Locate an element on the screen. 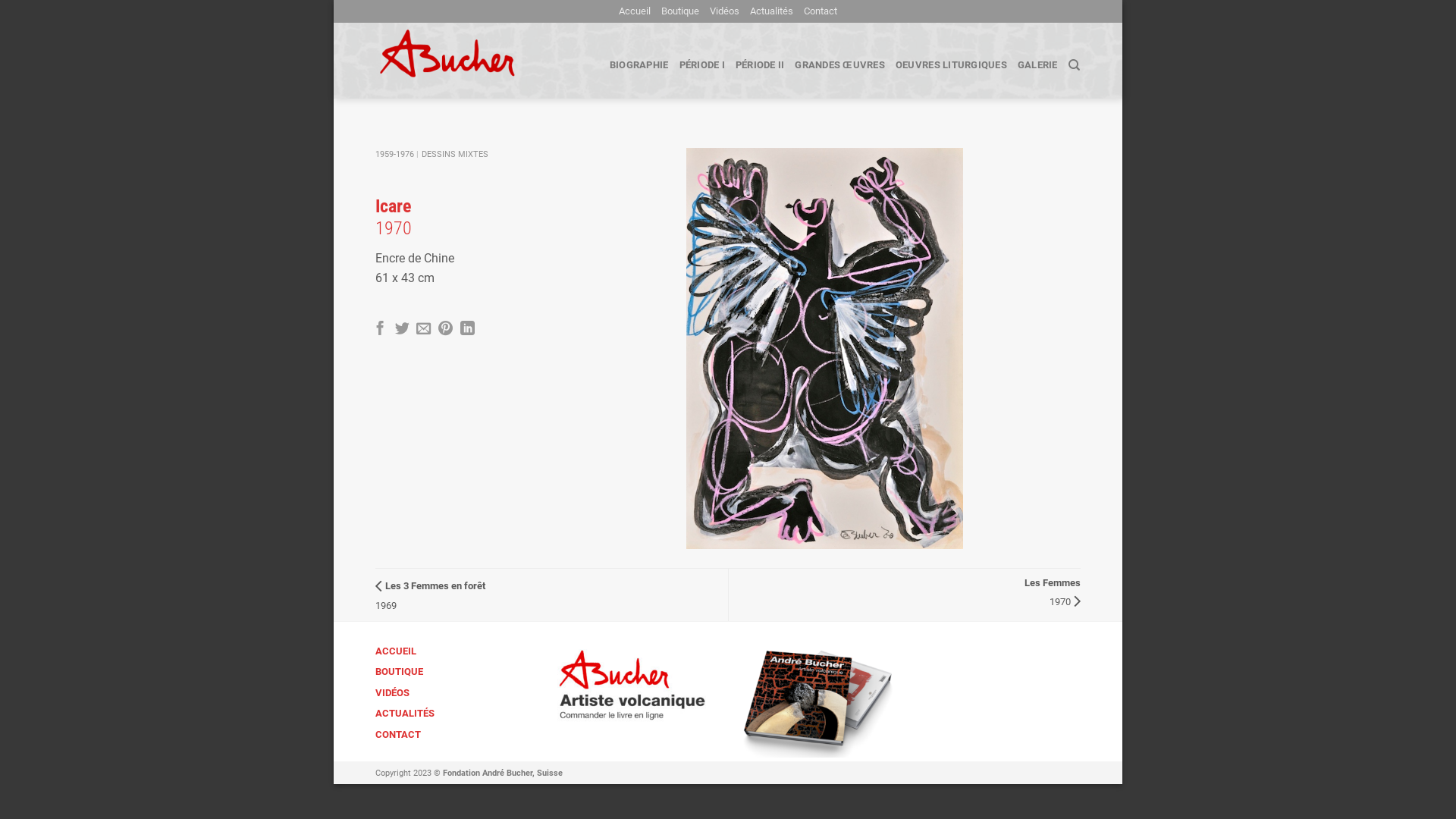 Image resolution: width=1456 pixels, height=819 pixels. 'CONTACT' is located at coordinates (397, 733).